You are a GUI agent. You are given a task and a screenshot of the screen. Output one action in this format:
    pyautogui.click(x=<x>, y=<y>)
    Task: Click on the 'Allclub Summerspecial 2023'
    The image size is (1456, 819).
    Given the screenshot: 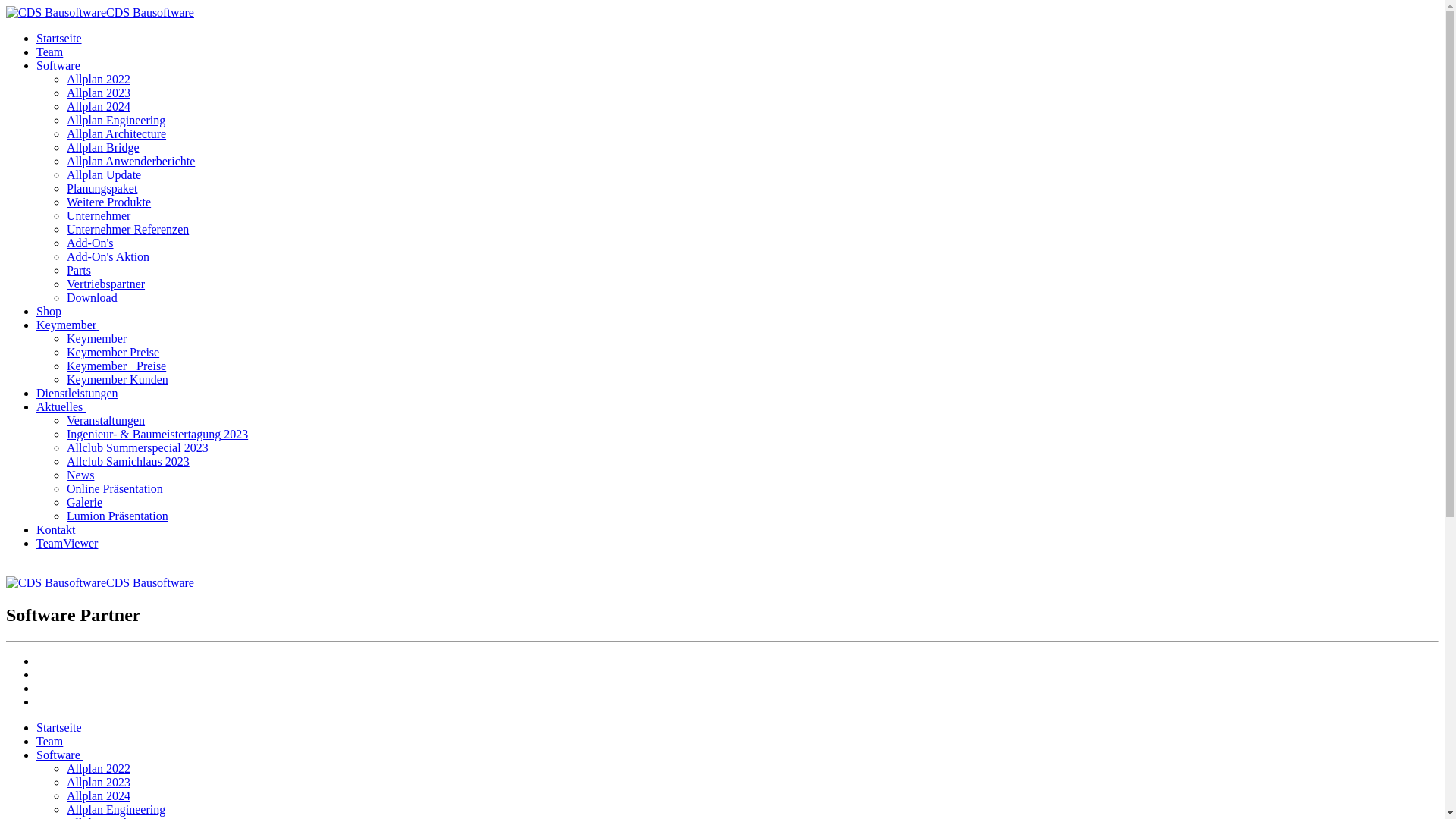 What is the action you would take?
    pyautogui.click(x=137, y=447)
    